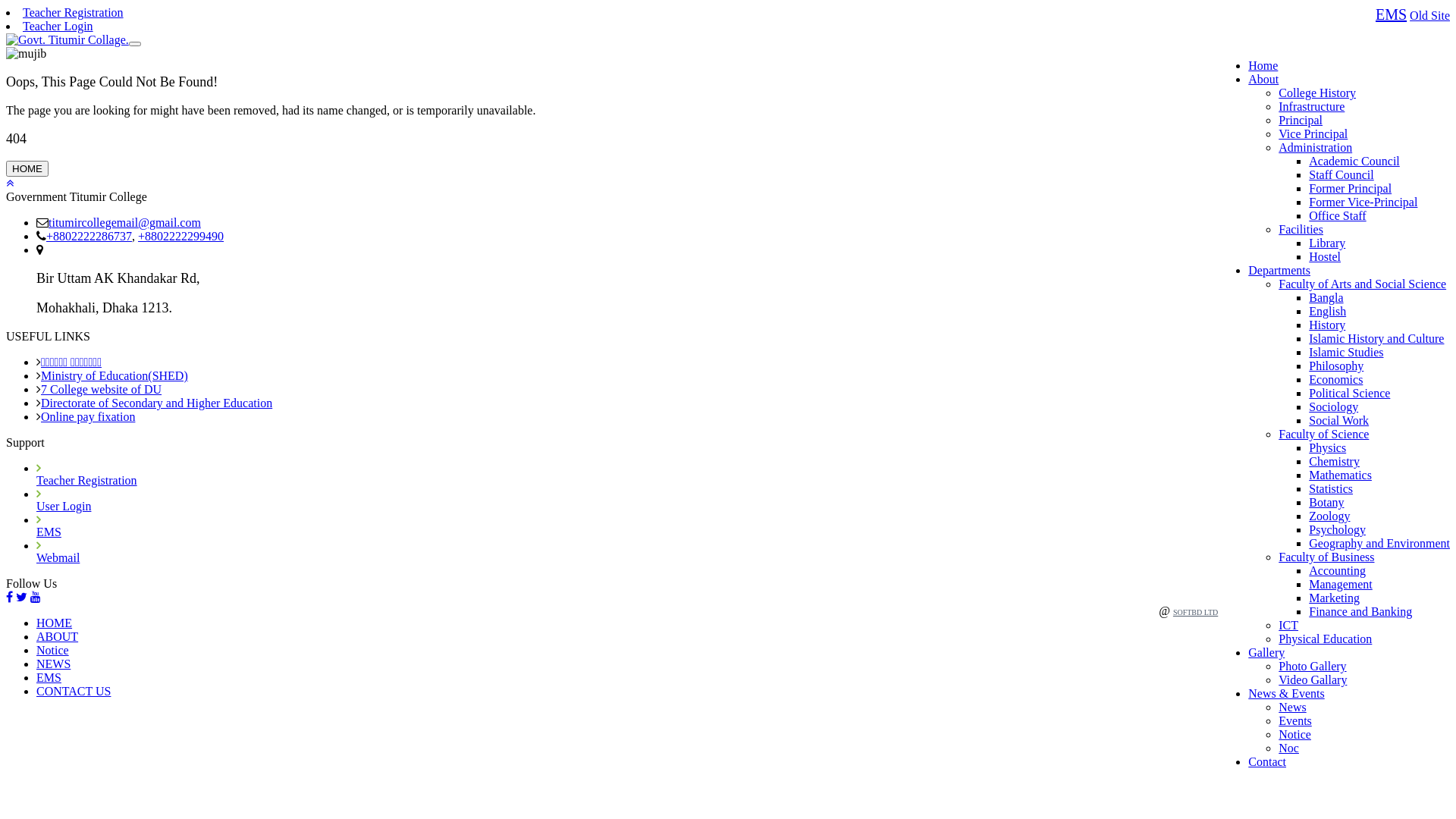 Image resolution: width=1456 pixels, height=819 pixels. Describe the element at coordinates (1312, 679) in the screenshot. I see `'Video Gallary'` at that location.